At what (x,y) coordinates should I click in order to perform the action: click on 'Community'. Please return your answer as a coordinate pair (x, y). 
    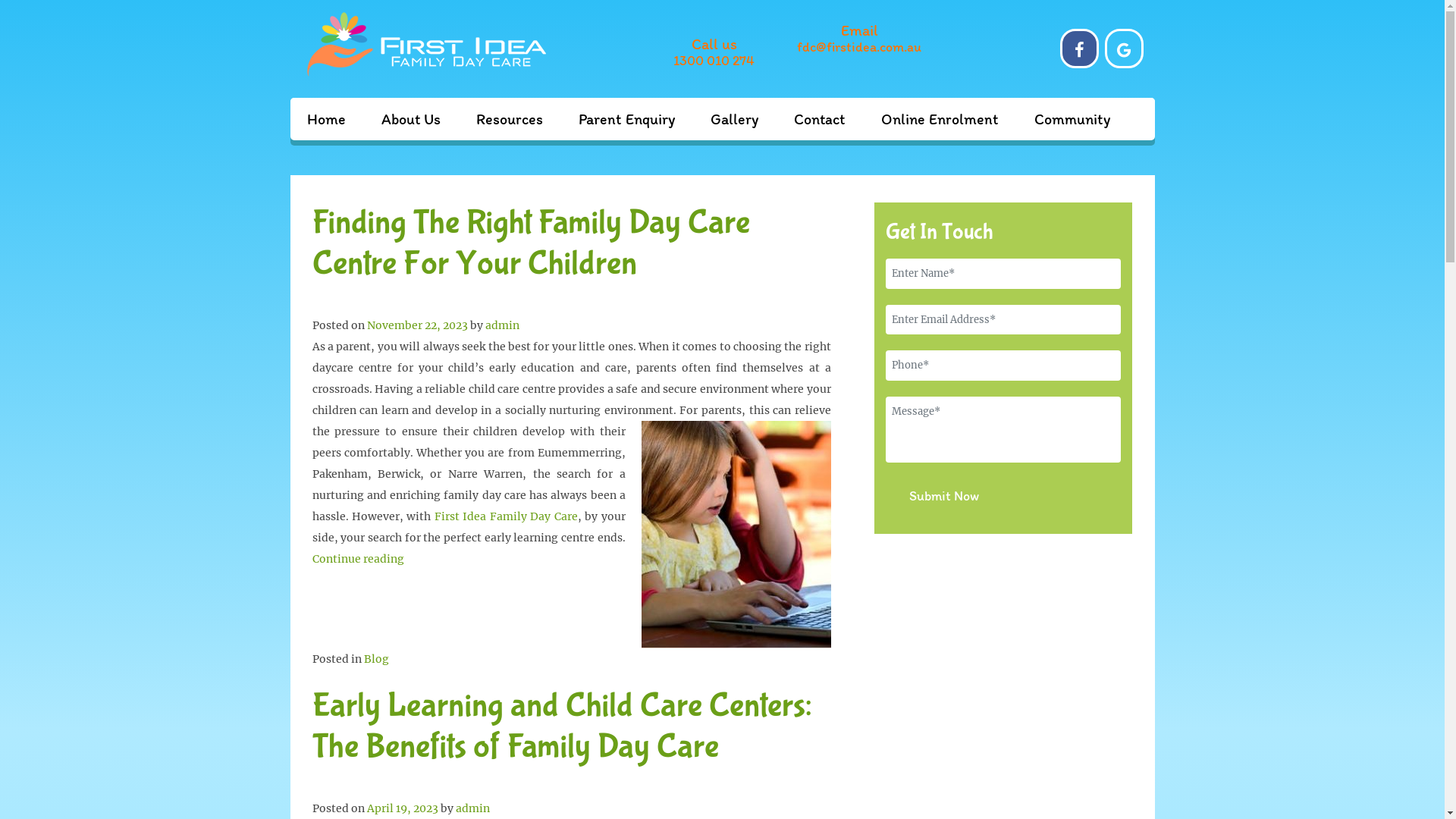
    Looking at the image, I should click on (1072, 118).